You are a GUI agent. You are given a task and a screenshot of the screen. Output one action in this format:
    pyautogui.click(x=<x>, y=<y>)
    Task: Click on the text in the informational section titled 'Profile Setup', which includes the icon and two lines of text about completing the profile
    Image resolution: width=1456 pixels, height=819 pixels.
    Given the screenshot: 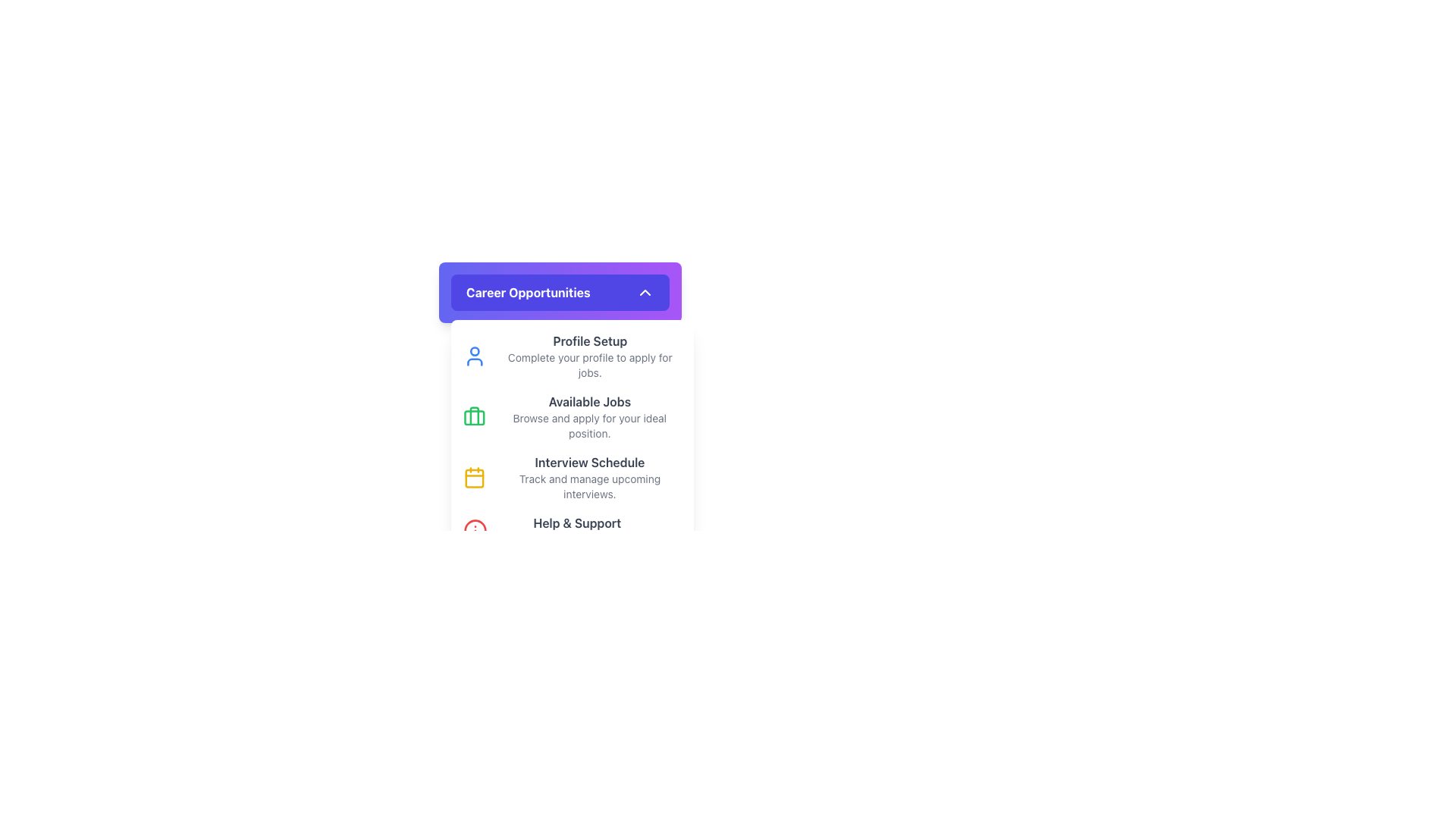 What is the action you would take?
    pyautogui.click(x=571, y=356)
    